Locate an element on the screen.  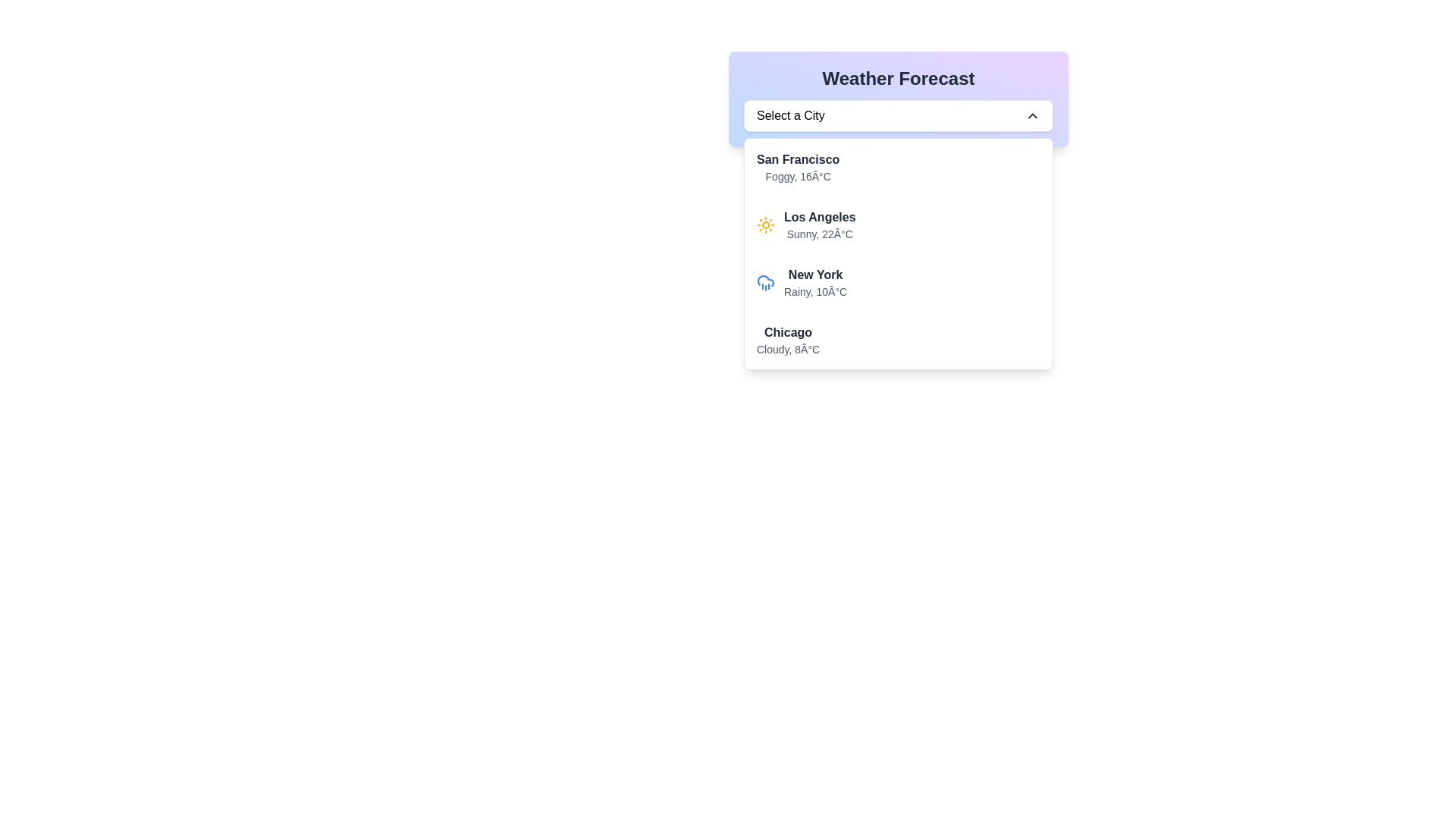
weather information for New York displayed in the third entry of the dropdown list under the 'Weather Forecast' header, which is accompanied by a rain cloud icon is located at coordinates (814, 283).